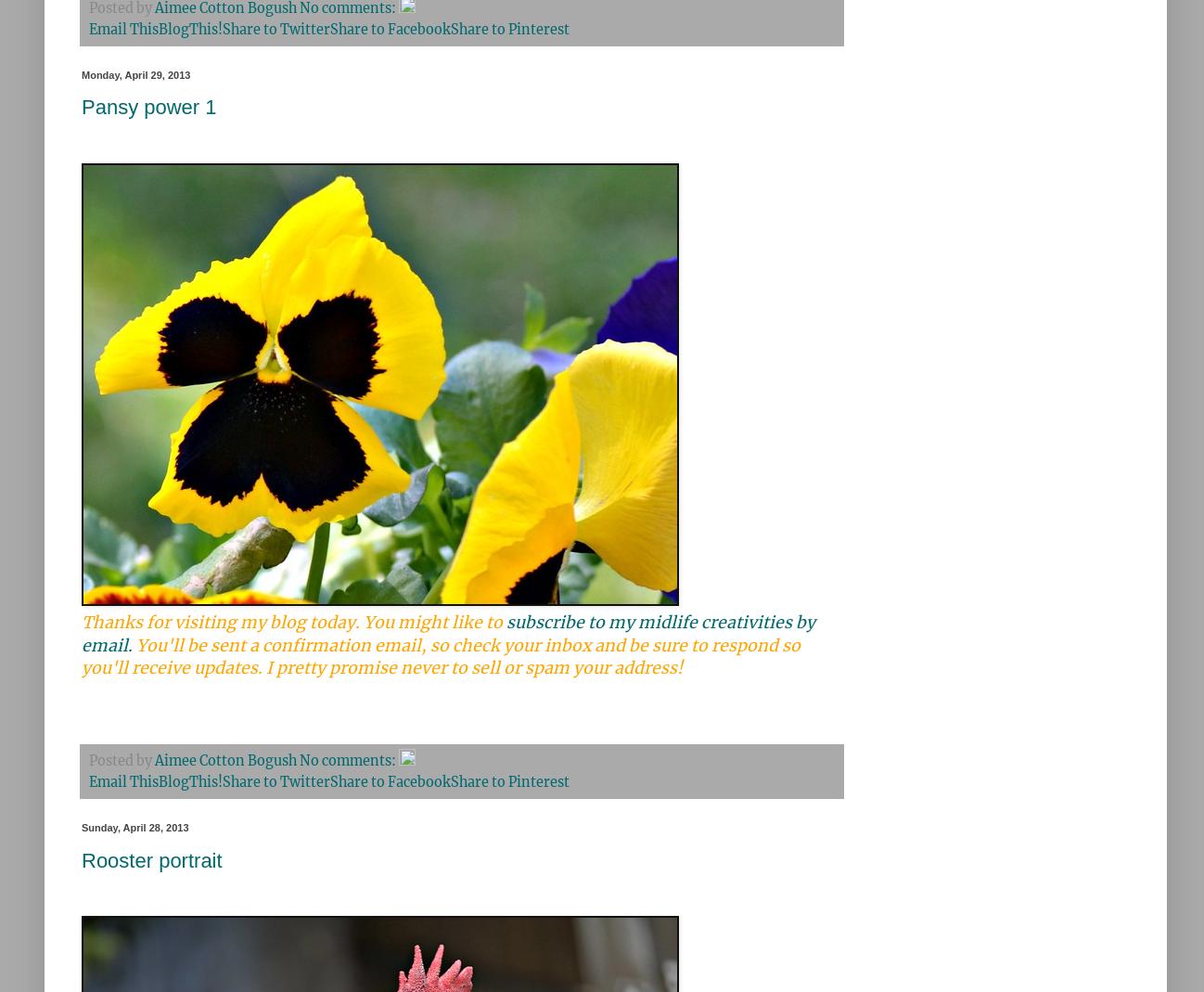  I want to click on 'Rooster portrait', so click(150, 858).